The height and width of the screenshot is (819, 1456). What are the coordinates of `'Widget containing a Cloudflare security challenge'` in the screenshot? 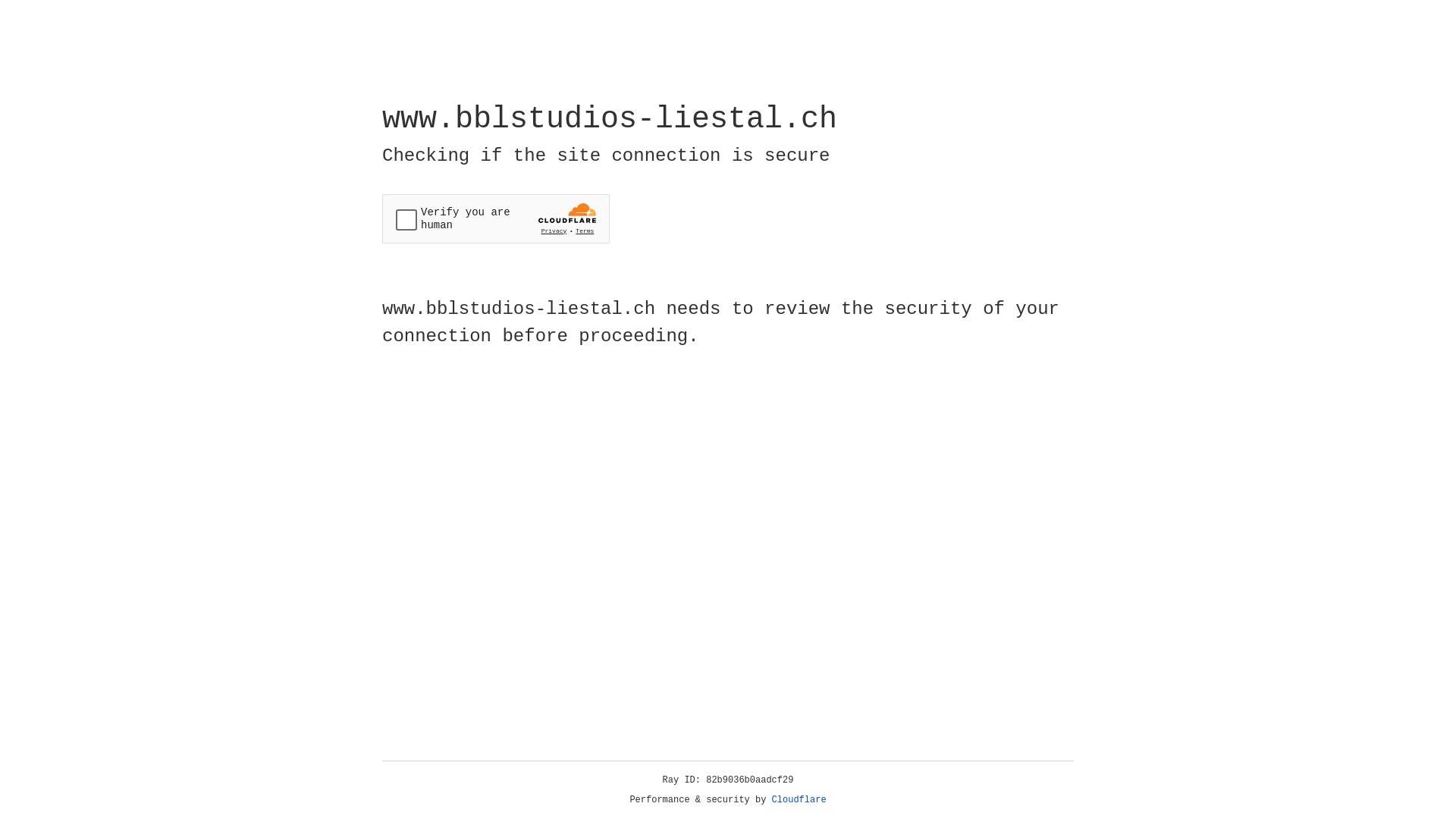 It's located at (495, 218).